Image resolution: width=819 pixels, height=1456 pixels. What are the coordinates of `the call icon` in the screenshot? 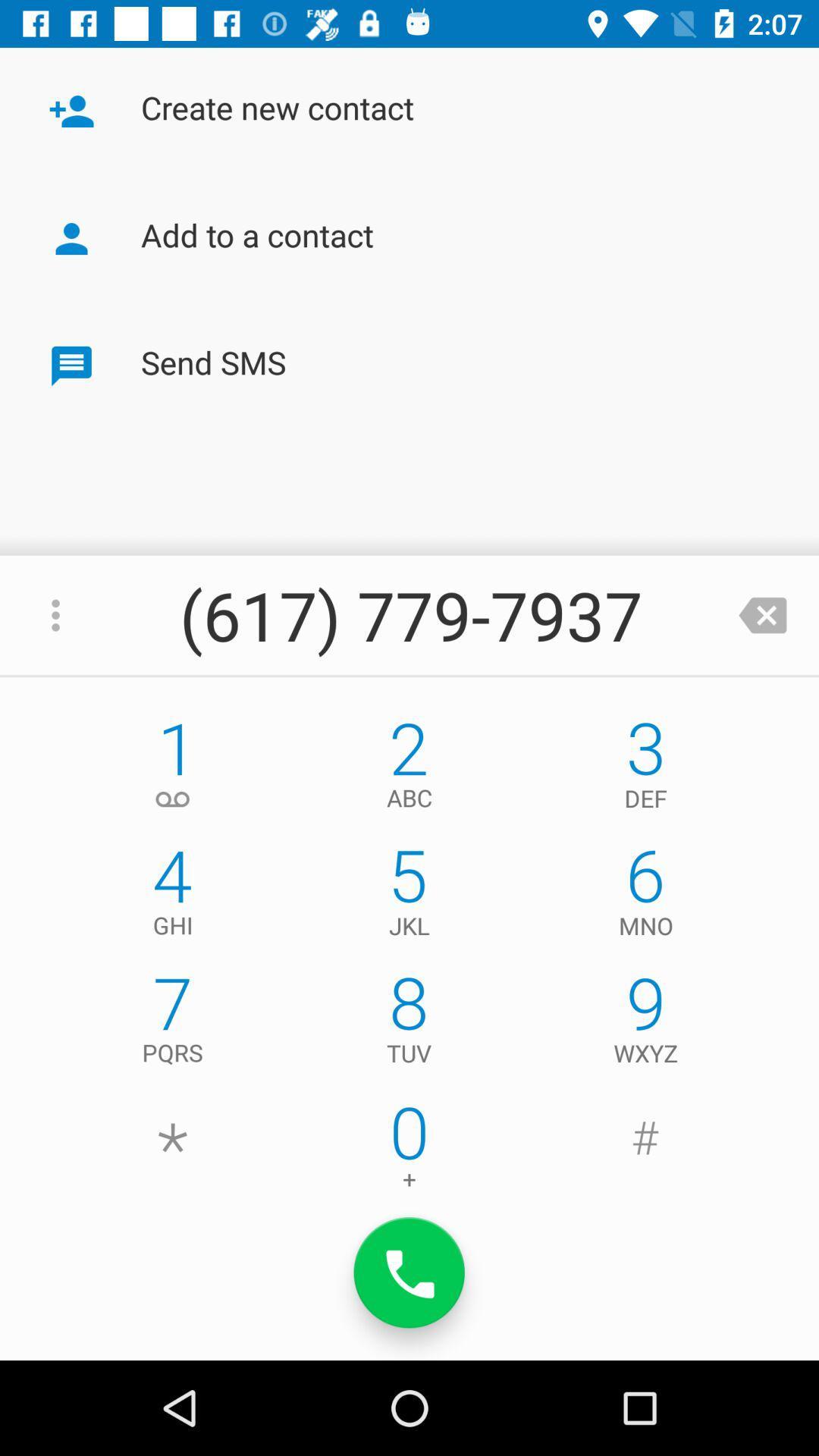 It's located at (409, 1272).